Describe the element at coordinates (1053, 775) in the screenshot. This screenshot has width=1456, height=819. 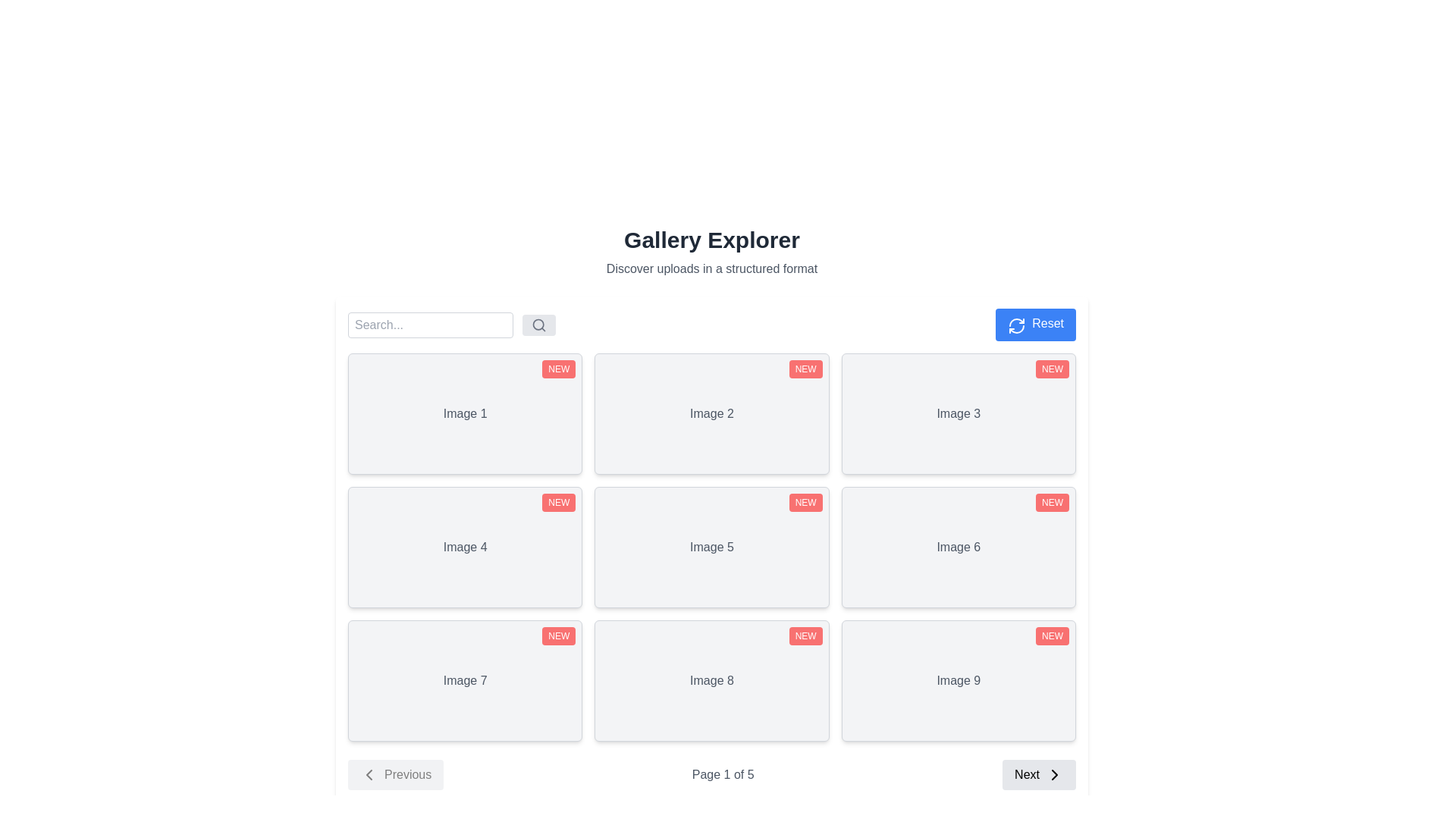
I see `the right-pointing chevron icon located within the 'Next' button at the bottom-right corner of the interface to engage the button` at that location.